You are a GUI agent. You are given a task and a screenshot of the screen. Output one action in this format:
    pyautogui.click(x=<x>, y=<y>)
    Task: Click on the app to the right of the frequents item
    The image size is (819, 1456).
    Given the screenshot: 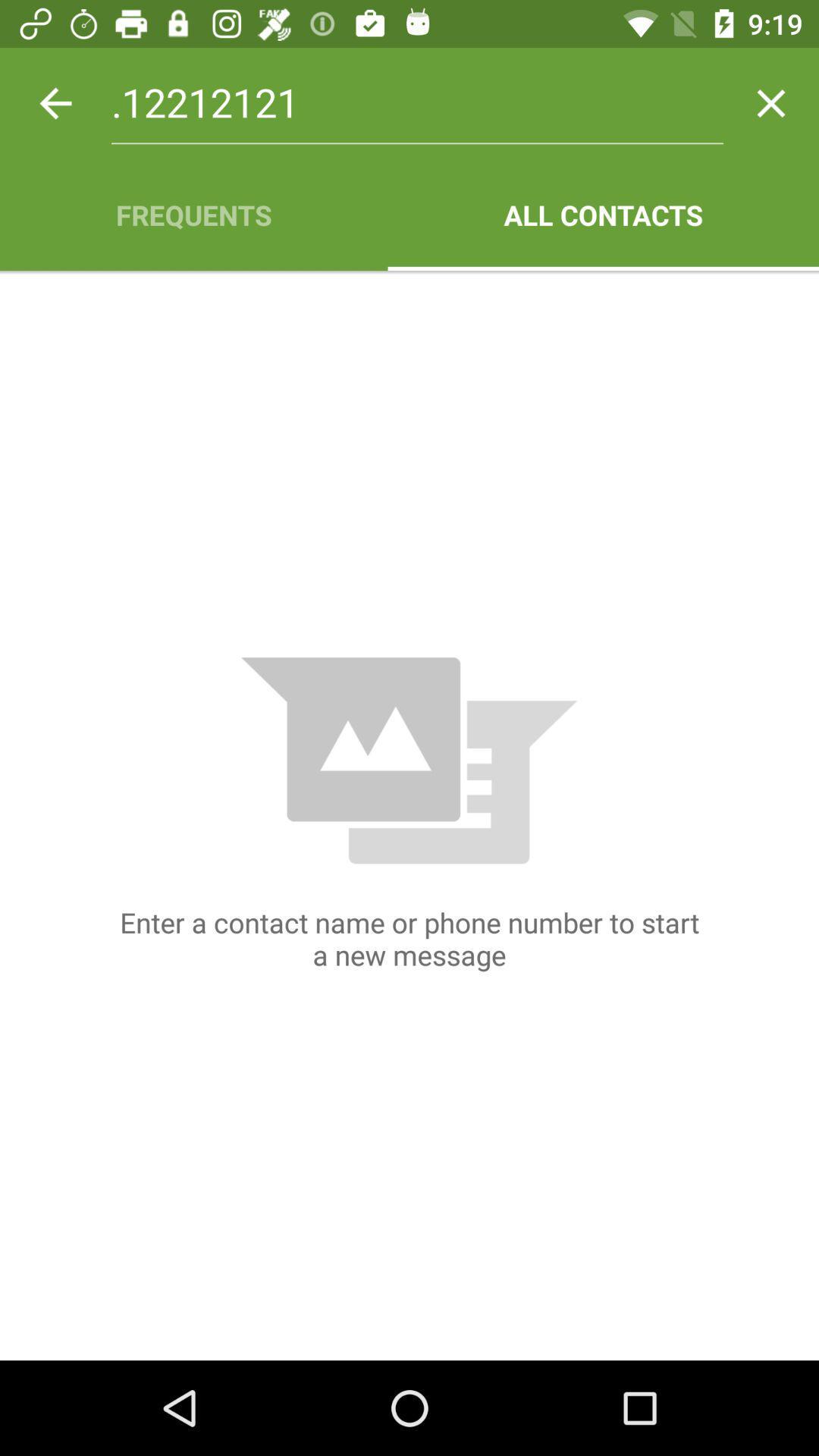 What is the action you would take?
    pyautogui.click(x=602, y=214)
    